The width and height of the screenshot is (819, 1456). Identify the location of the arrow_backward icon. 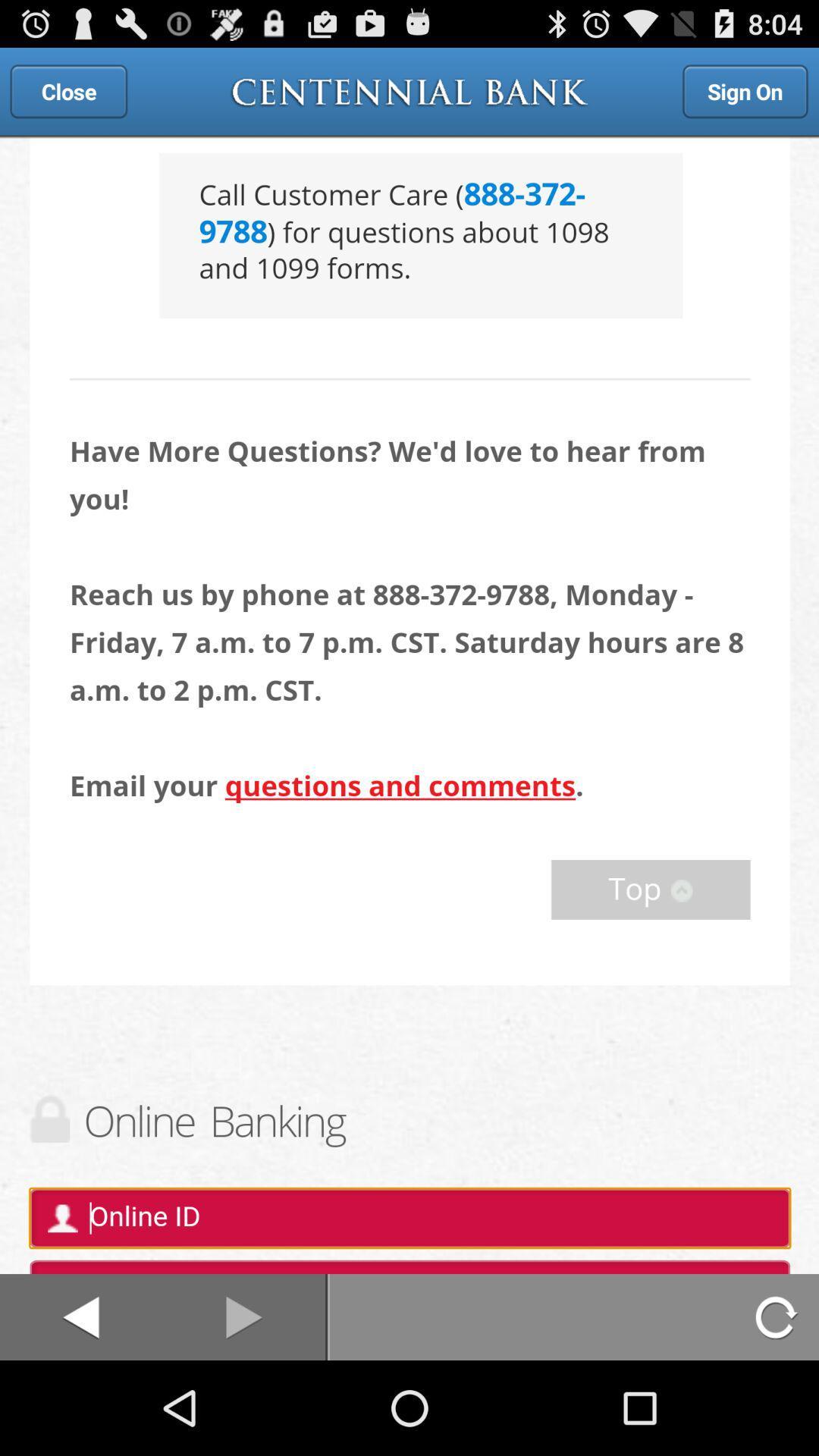
(80, 1409).